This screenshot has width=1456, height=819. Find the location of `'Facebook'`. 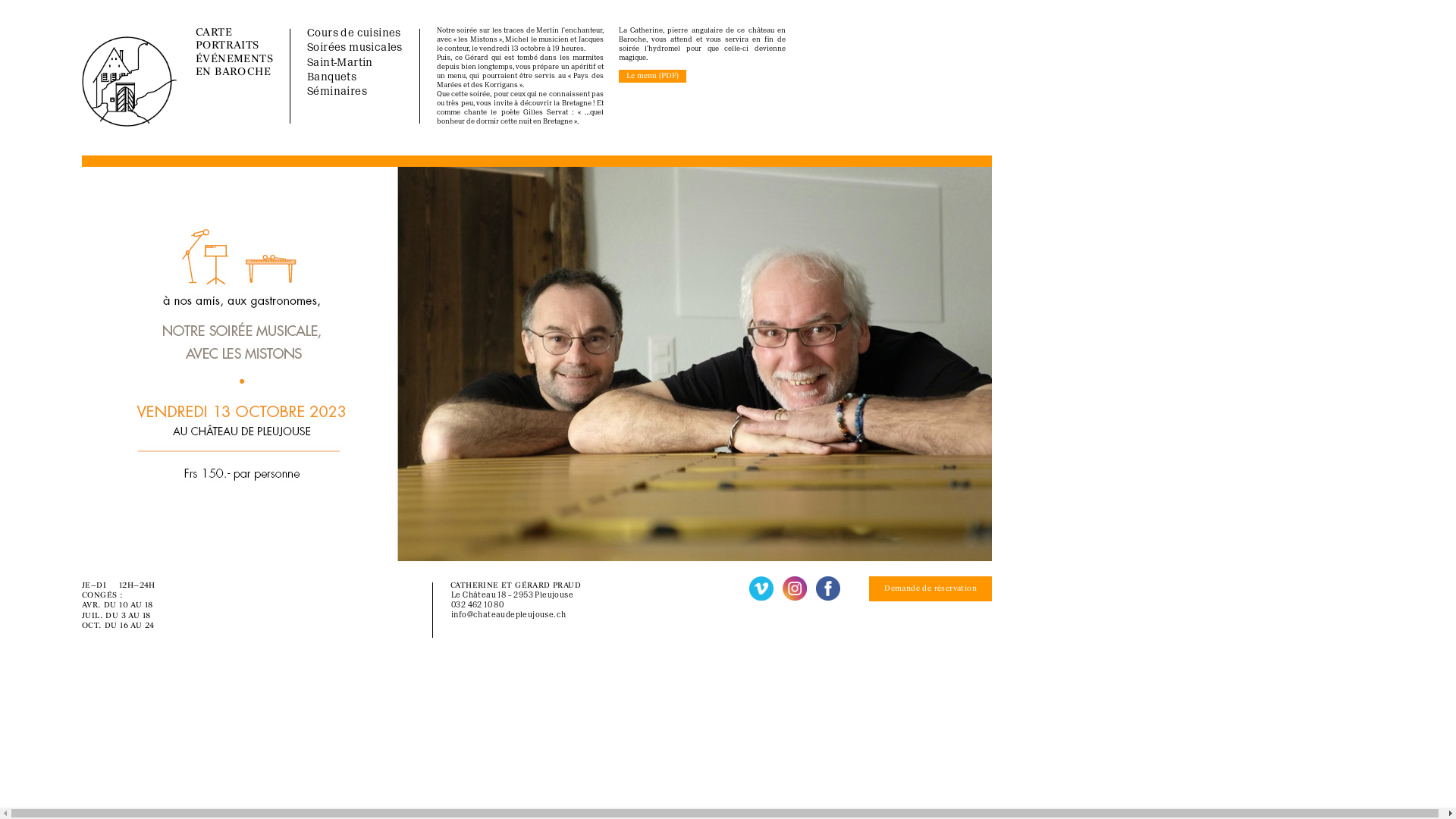

'Facebook' is located at coordinates (827, 587).